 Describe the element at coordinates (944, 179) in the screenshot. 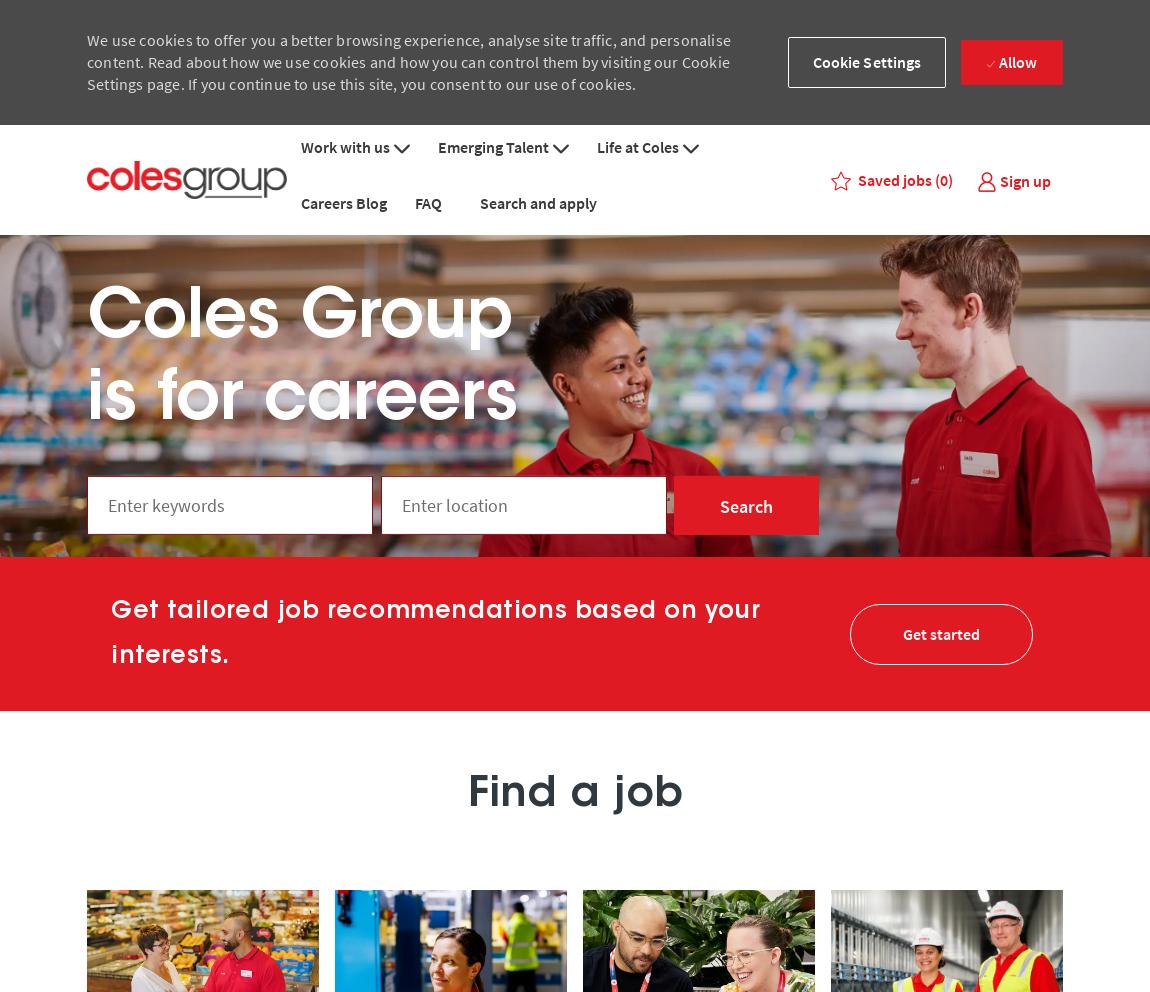

I see `'(0)'` at that location.